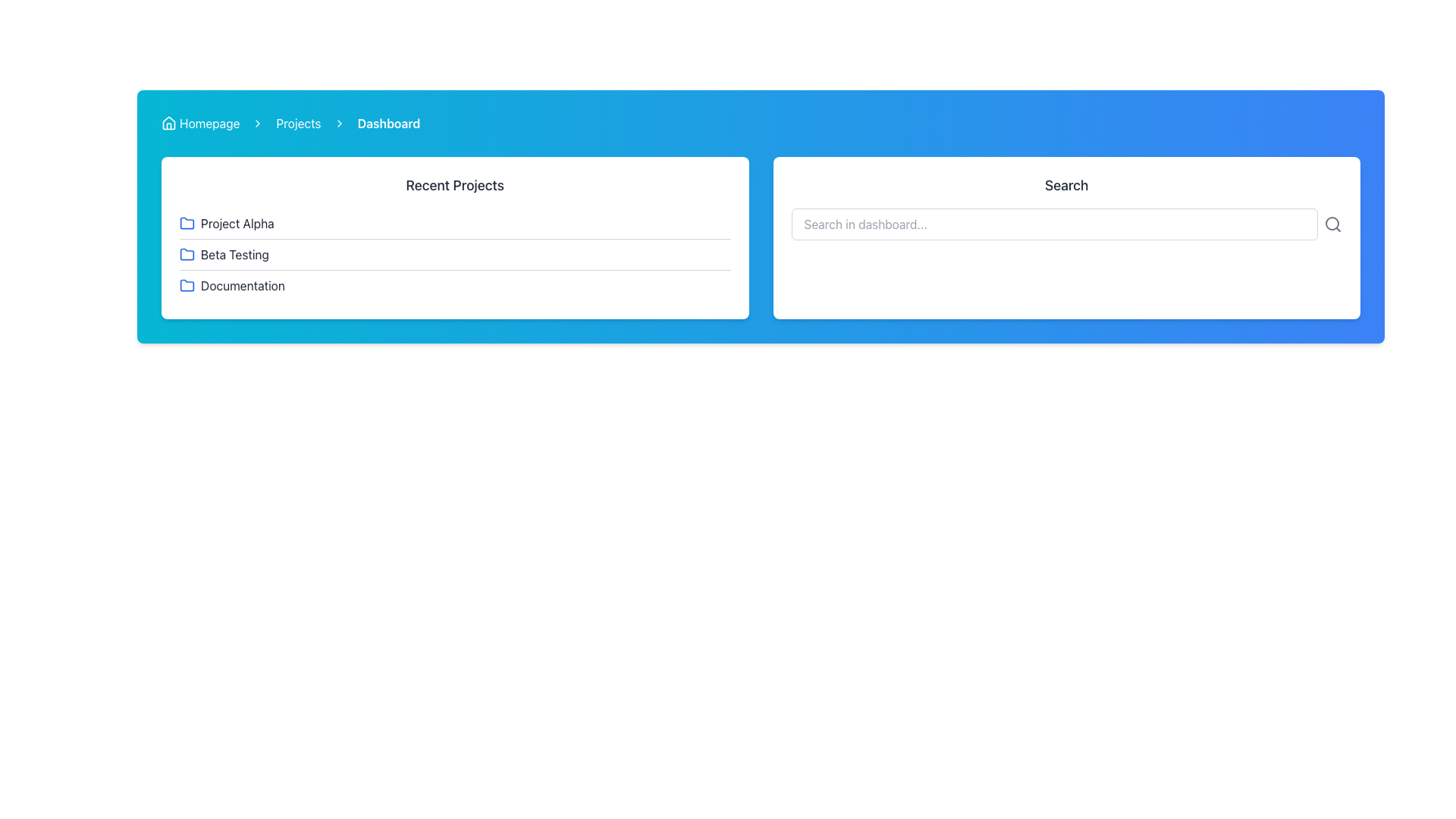  What do you see at coordinates (186, 253) in the screenshot?
I see `the folder icon representing the 'Beta Testing' project located in the second row of the 'Recent Projects' section, adjacent to the text 'Beta Testing'` at bounding box center [186, 253].